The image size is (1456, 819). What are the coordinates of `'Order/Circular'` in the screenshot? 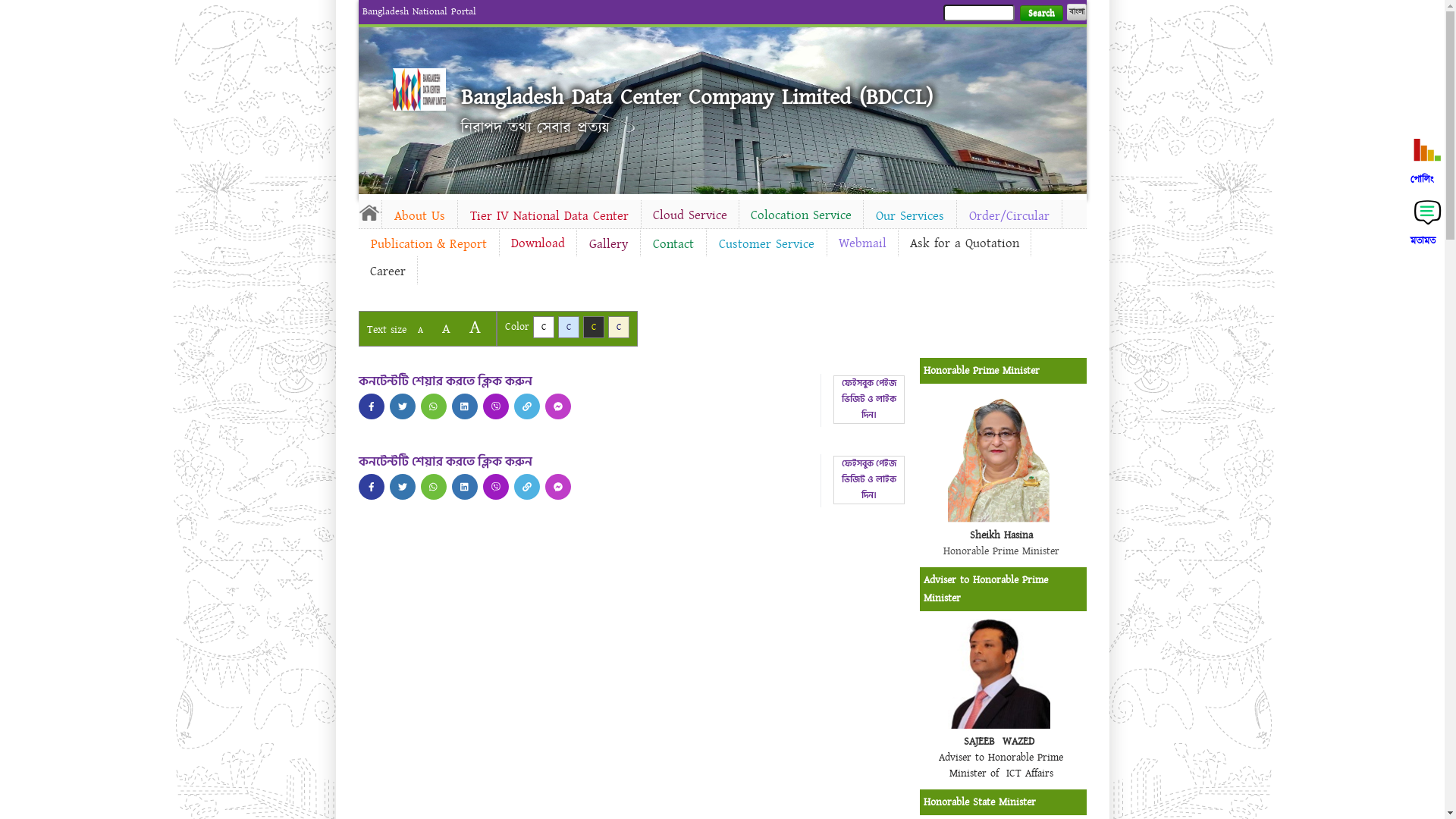 It's located at (1009, 216).